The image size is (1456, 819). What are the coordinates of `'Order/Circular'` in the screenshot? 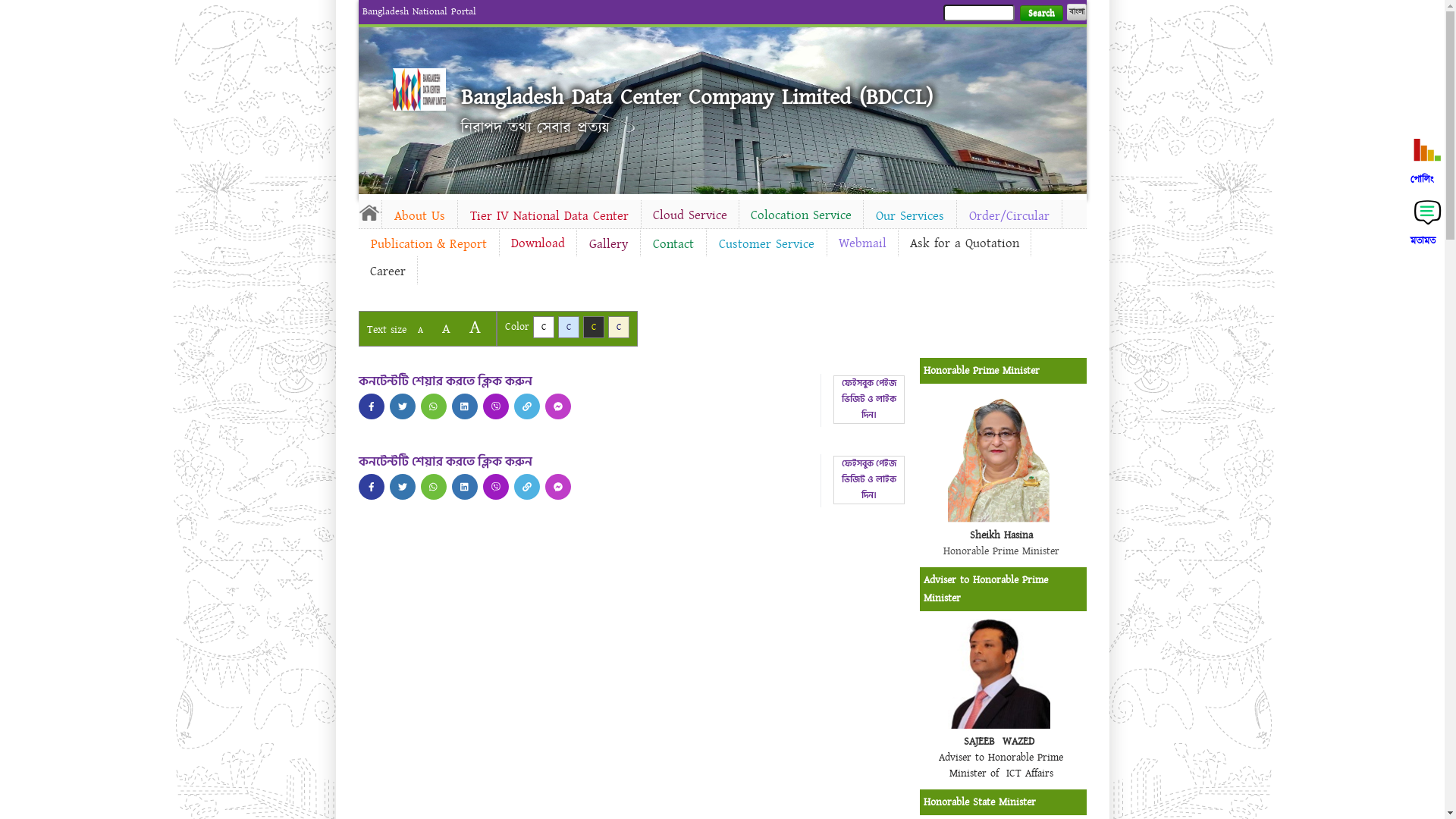 It's located at (1009, 216).